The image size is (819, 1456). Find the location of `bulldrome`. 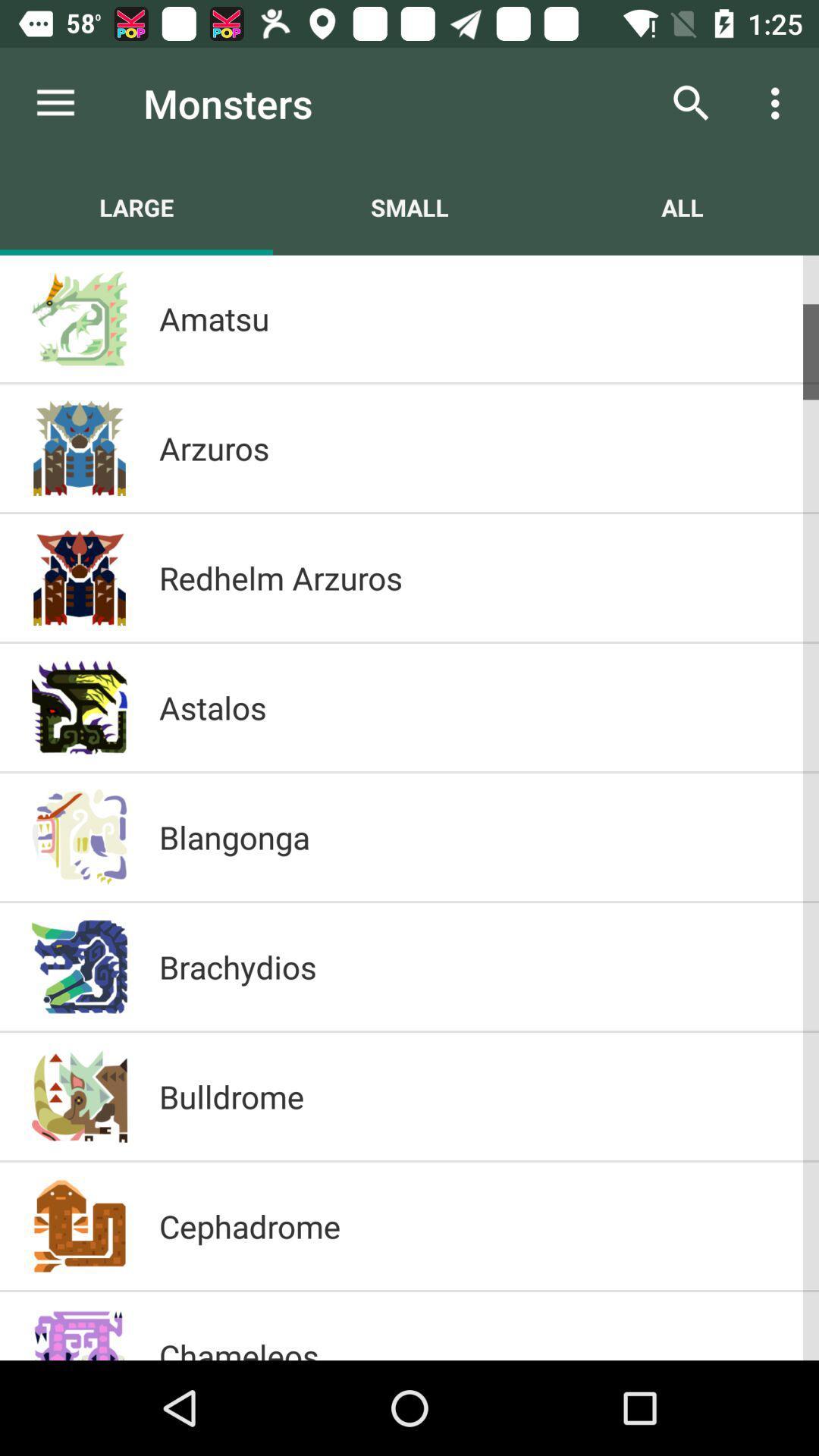

bulldrome is located at coordinates (472, 1096).